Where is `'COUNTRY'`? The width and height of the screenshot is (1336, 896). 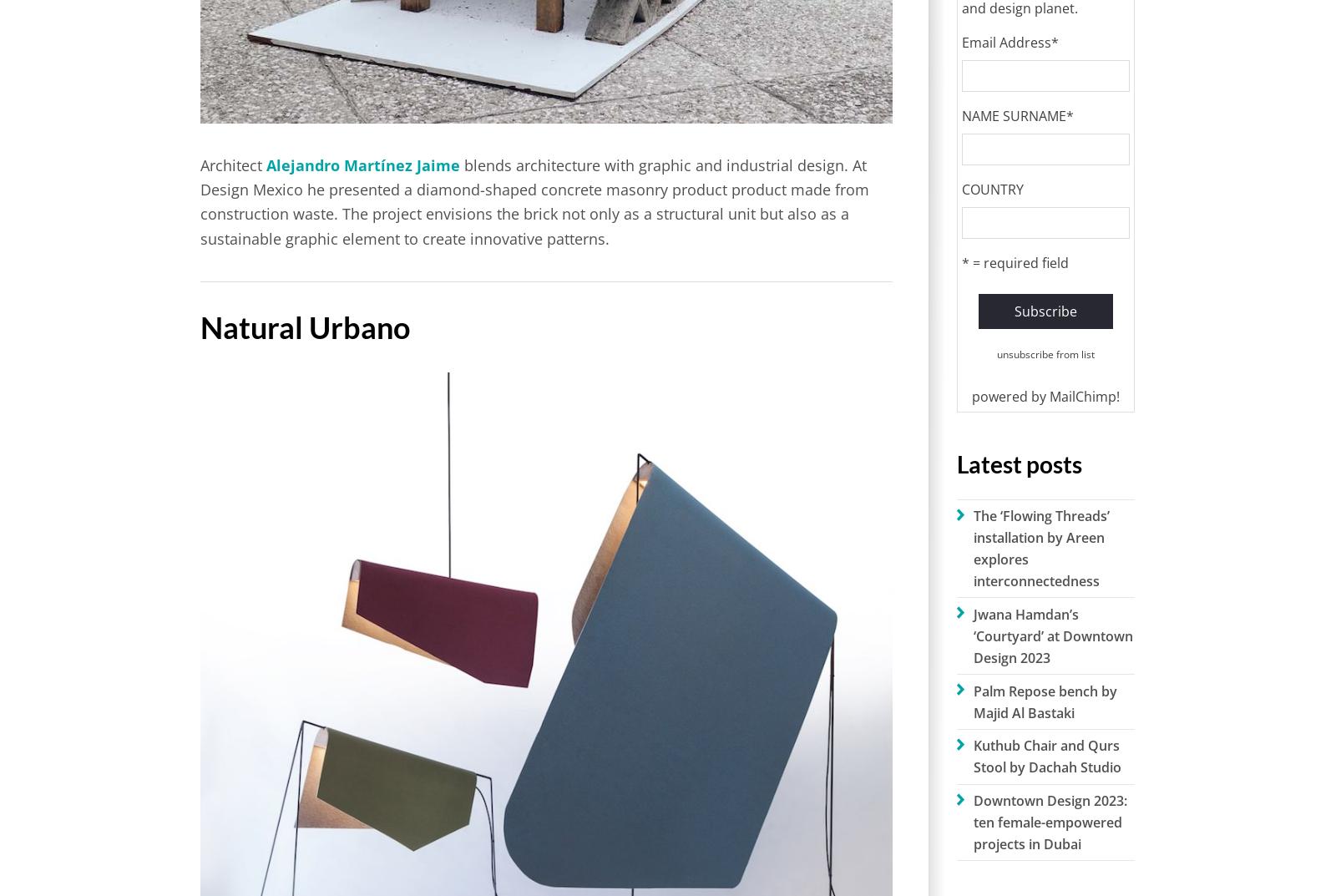 'COUNTRY' is located at coordinates (992, 188).